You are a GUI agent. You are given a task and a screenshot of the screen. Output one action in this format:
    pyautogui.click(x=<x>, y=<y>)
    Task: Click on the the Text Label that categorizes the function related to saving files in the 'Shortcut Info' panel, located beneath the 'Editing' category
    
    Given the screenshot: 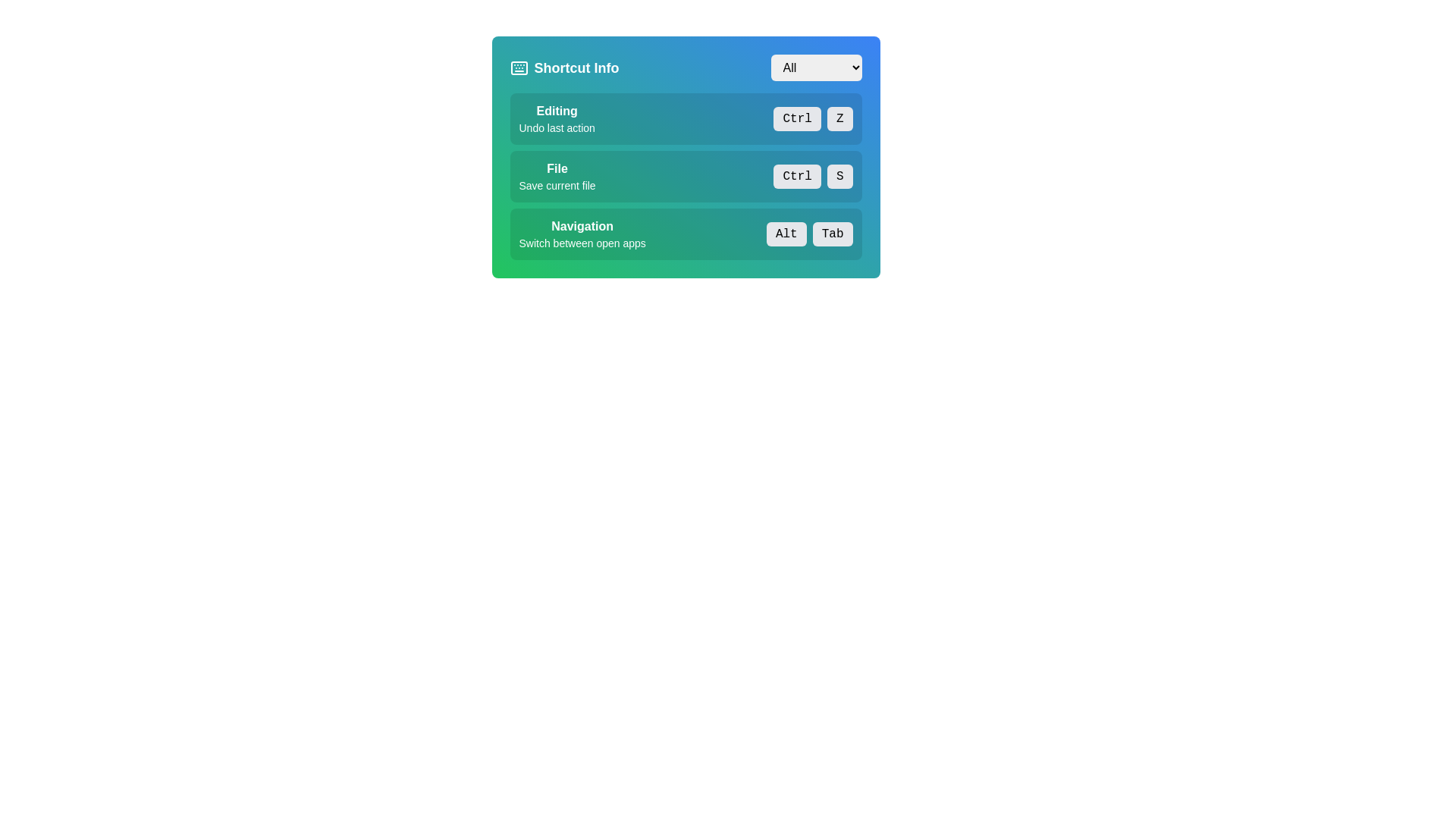 What is the action you would take?
    pyautogui.click(x=557, y=169)
    